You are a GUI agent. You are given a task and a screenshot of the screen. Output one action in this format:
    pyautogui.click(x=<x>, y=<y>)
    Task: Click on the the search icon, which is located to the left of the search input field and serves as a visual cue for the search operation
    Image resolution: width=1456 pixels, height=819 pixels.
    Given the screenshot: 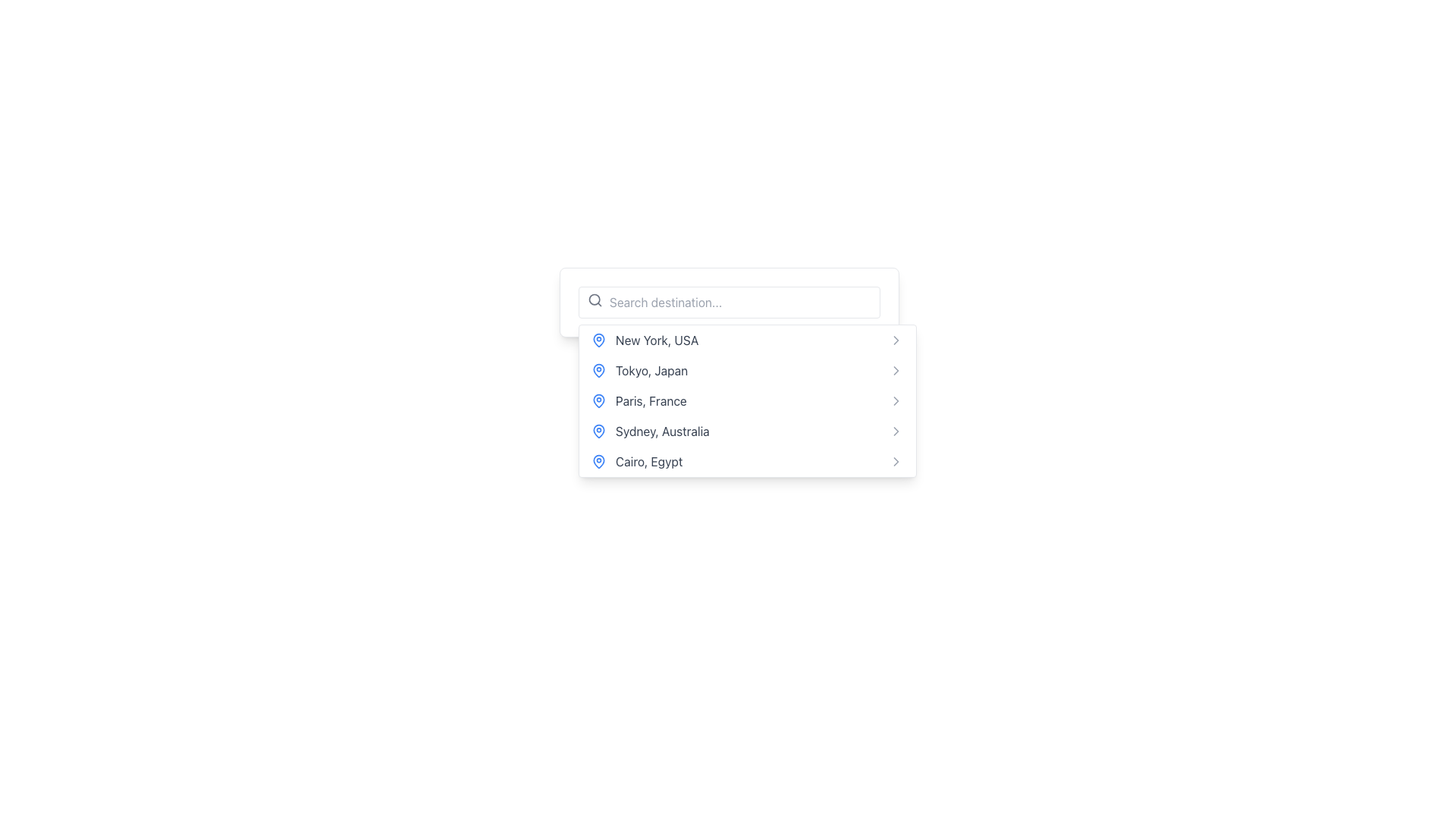 What is the action you would take?
    pyautogui.click(x=595, y=300)
    